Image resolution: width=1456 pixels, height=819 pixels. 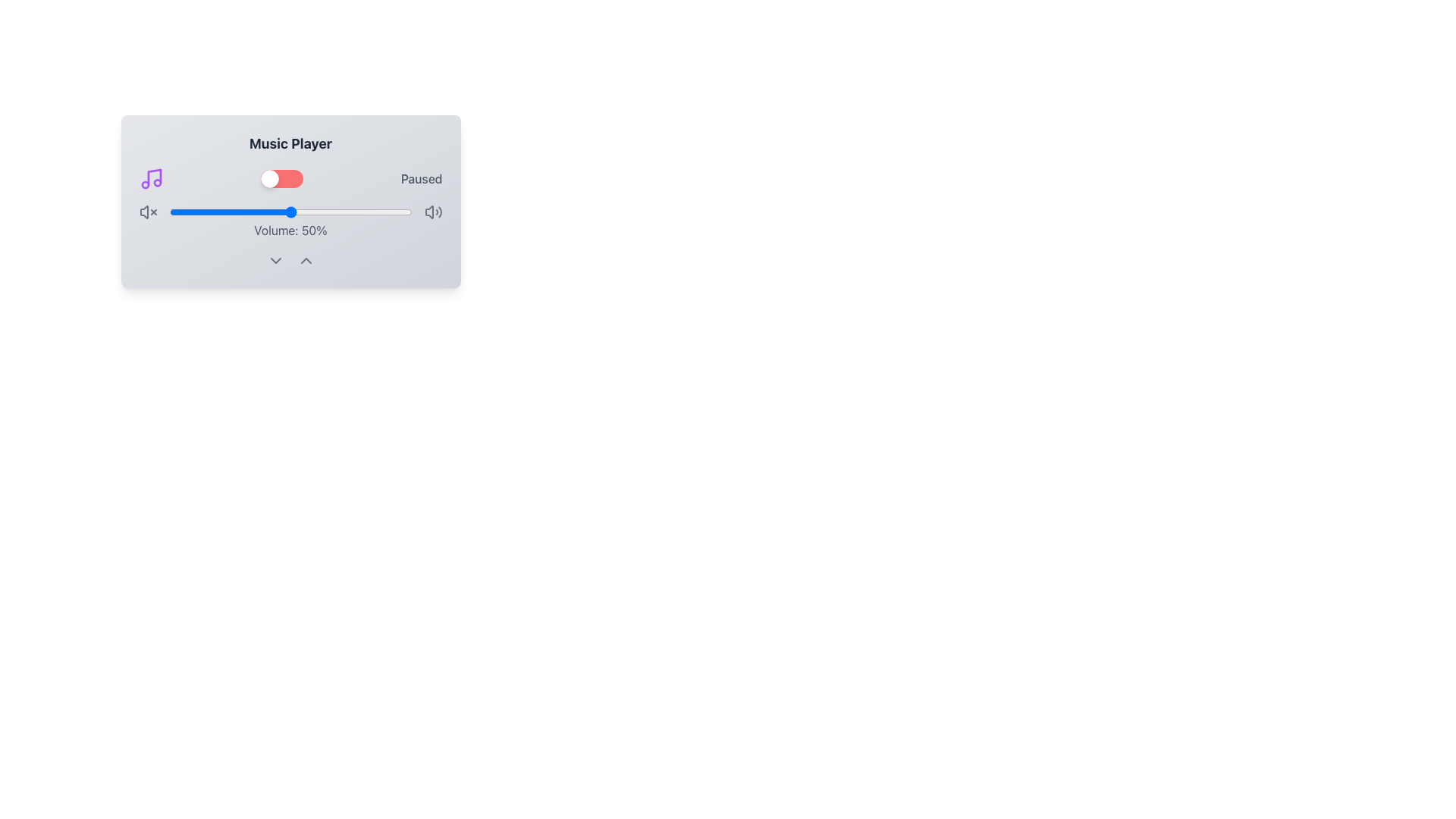 I want to click on volume, so click(x=375, y=212).